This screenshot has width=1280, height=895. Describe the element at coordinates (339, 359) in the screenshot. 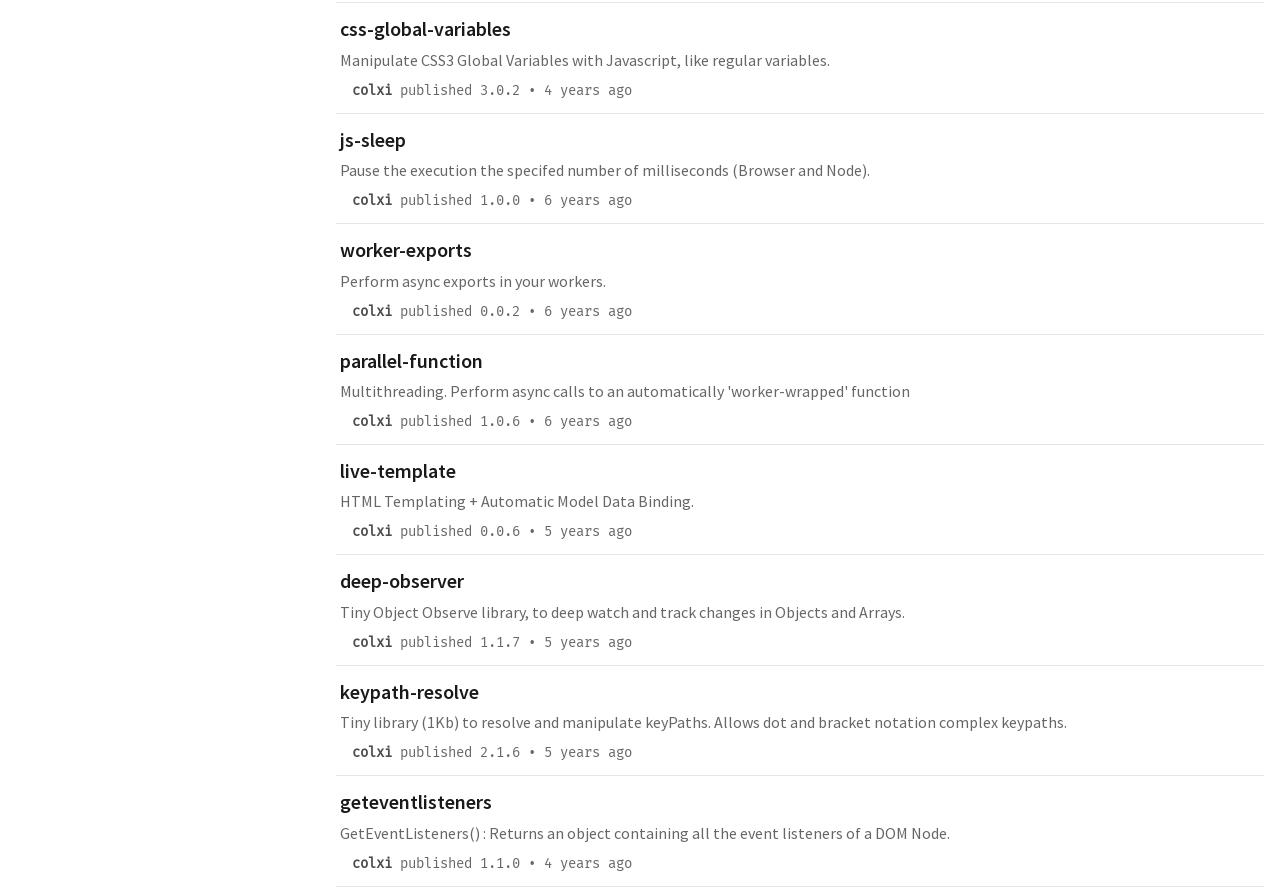

I see `'parallel-function'` at that location.